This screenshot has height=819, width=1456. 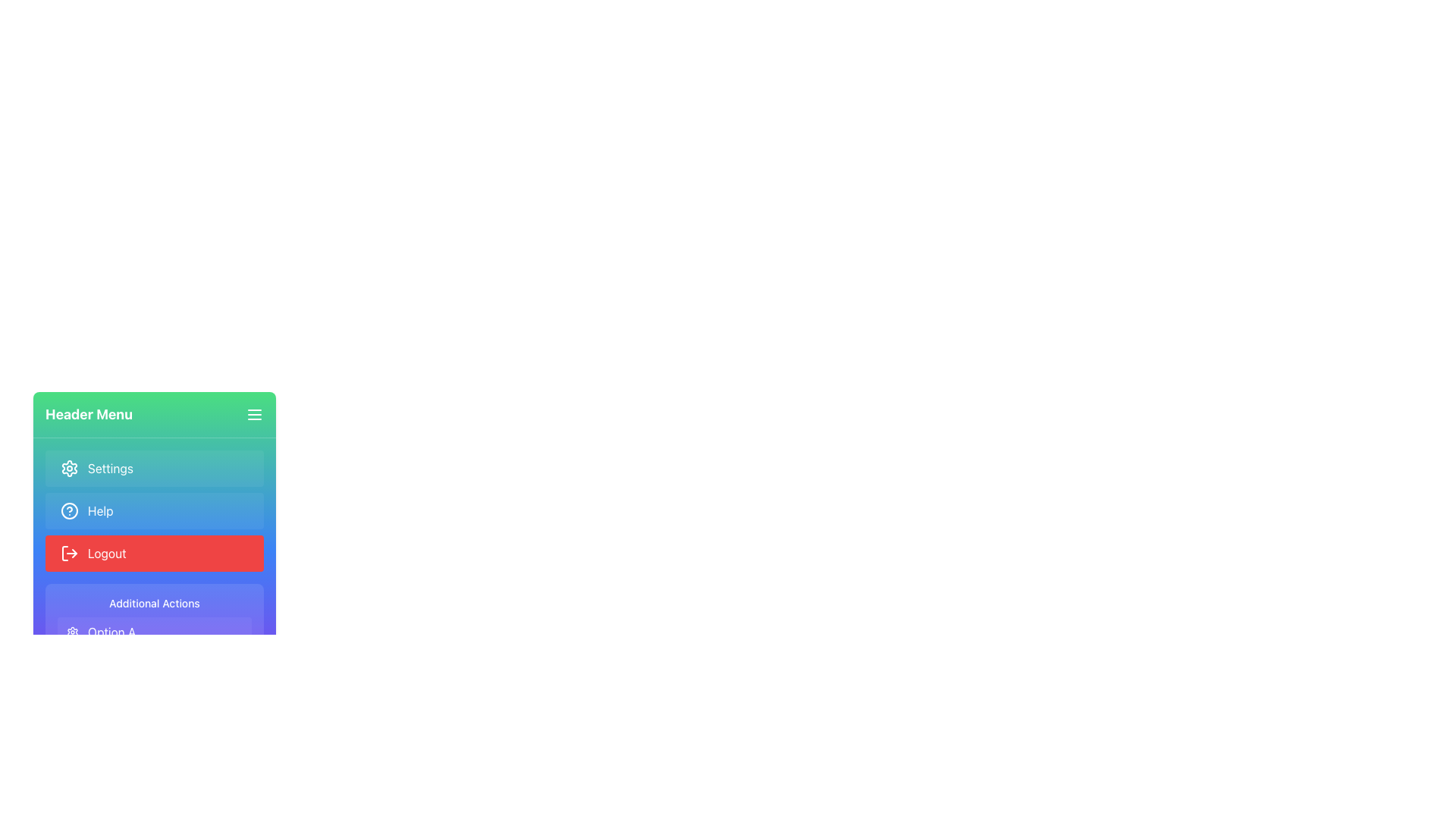 I want to click on the 'Additional Actions' text label, which is a medium-sized, bold, white font on a blue background, serving as a header in the menu interface, so click(x=154, y=602).